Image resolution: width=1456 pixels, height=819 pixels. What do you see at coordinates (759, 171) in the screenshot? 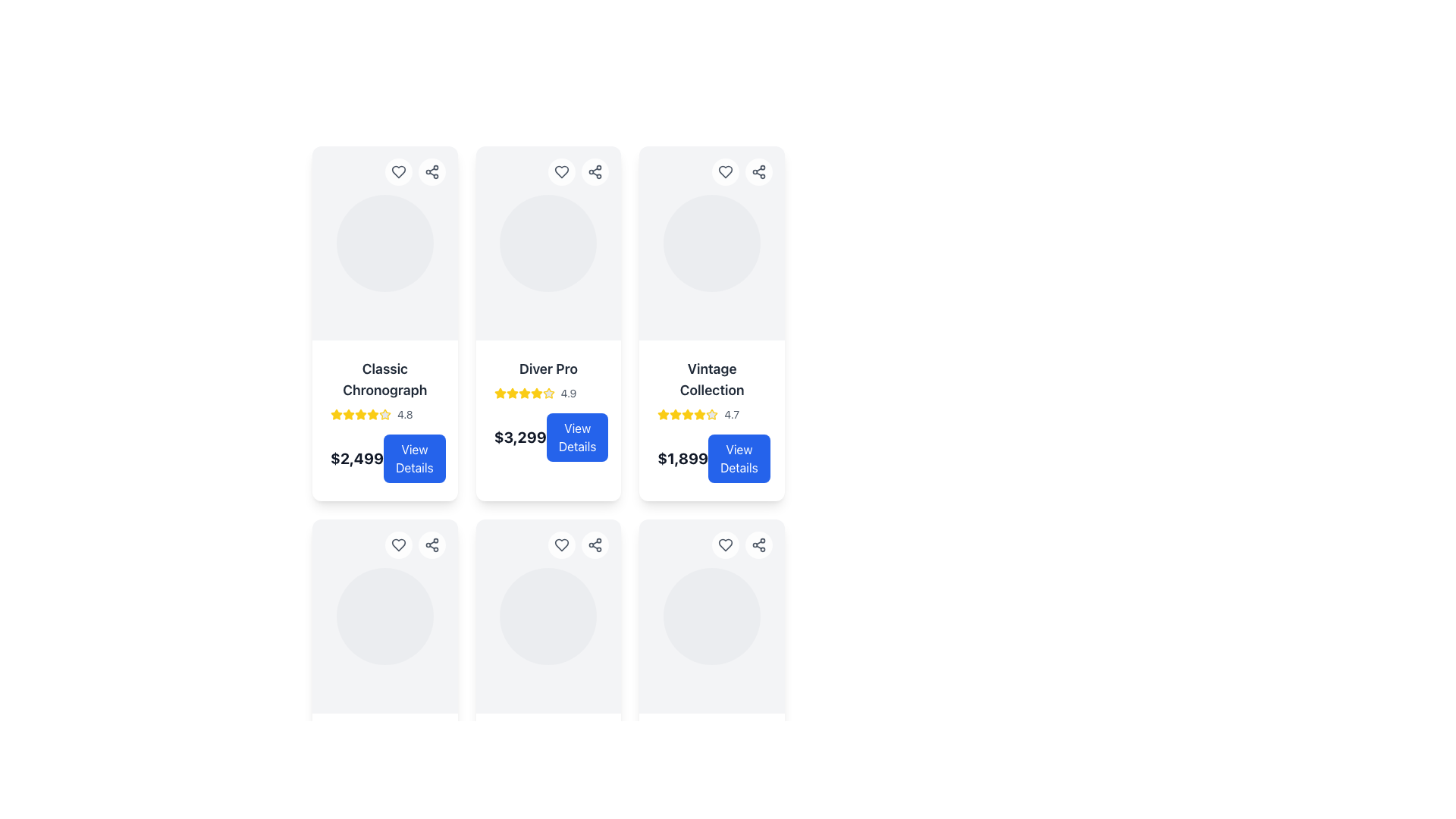
I see `the circular share button with a semi-transparent white background located in the top-right corner of the 'Vintage Collection' card` at bounding box center [759, 171].